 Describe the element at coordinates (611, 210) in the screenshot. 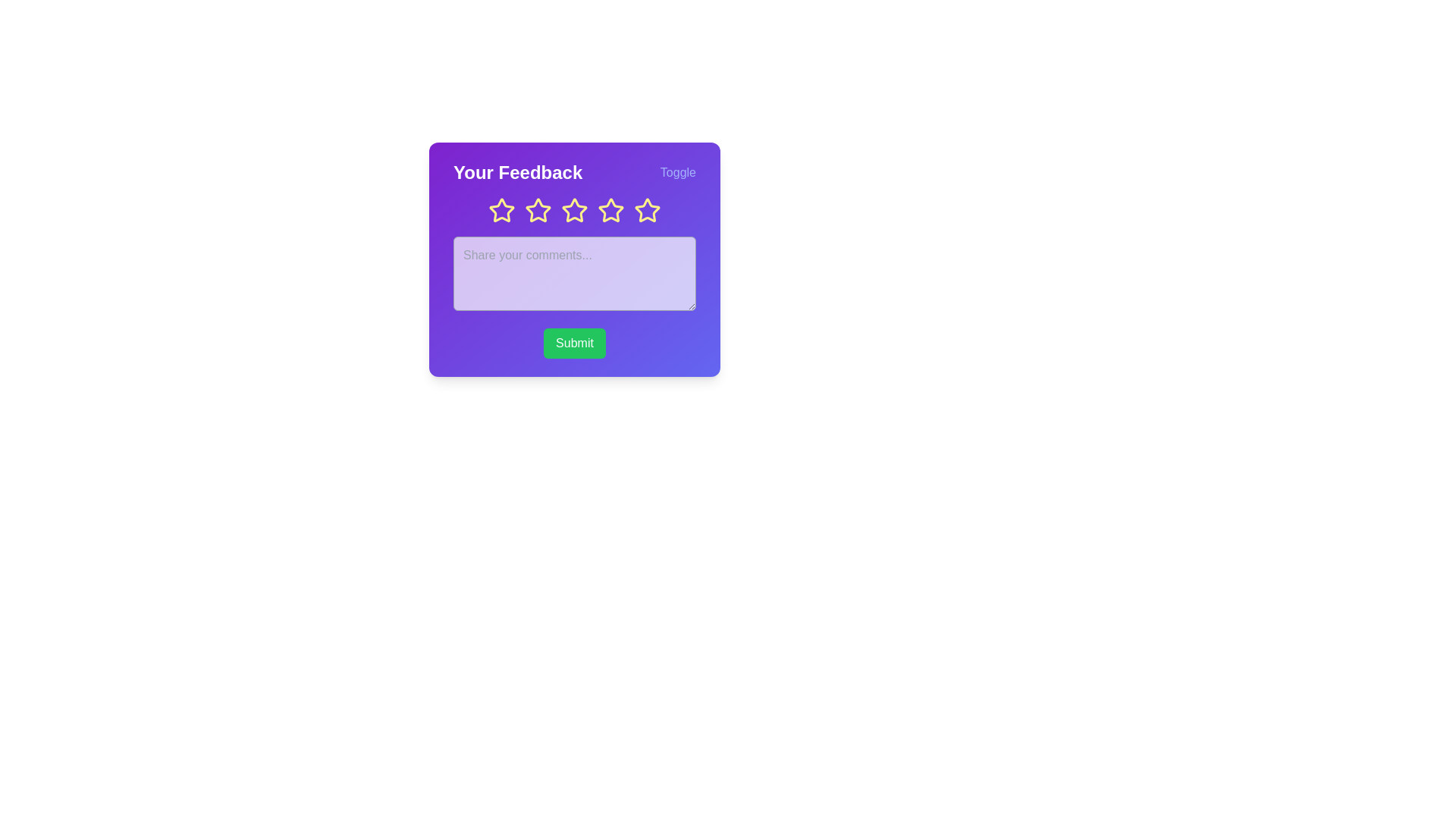

I see `the fourth star icon in the row of five yellow stars on the purple feedback card` at that location.